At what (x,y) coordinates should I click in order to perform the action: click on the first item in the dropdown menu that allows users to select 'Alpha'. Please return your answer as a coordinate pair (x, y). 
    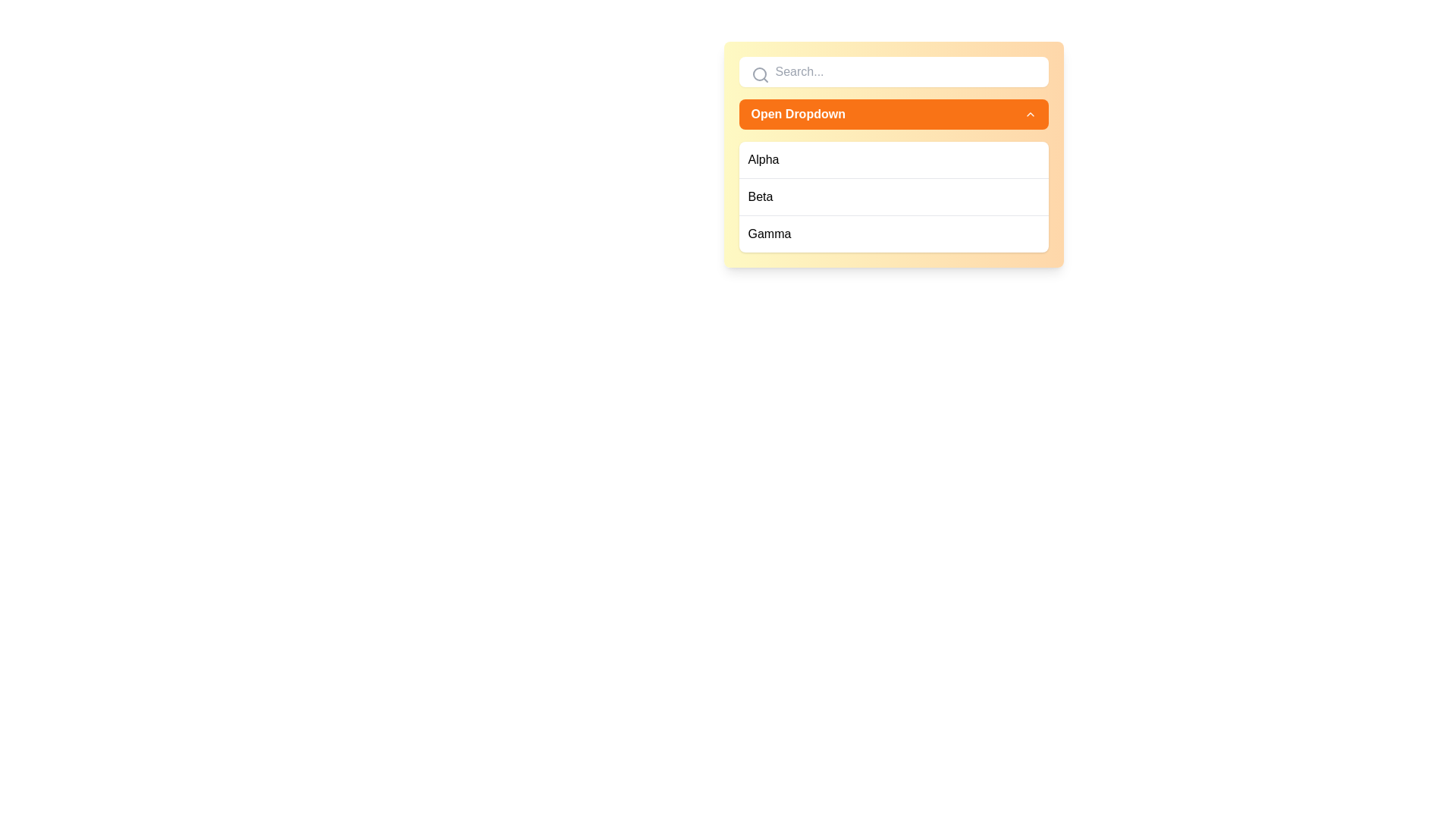
    Looking at the image, I should click on (893, 155).